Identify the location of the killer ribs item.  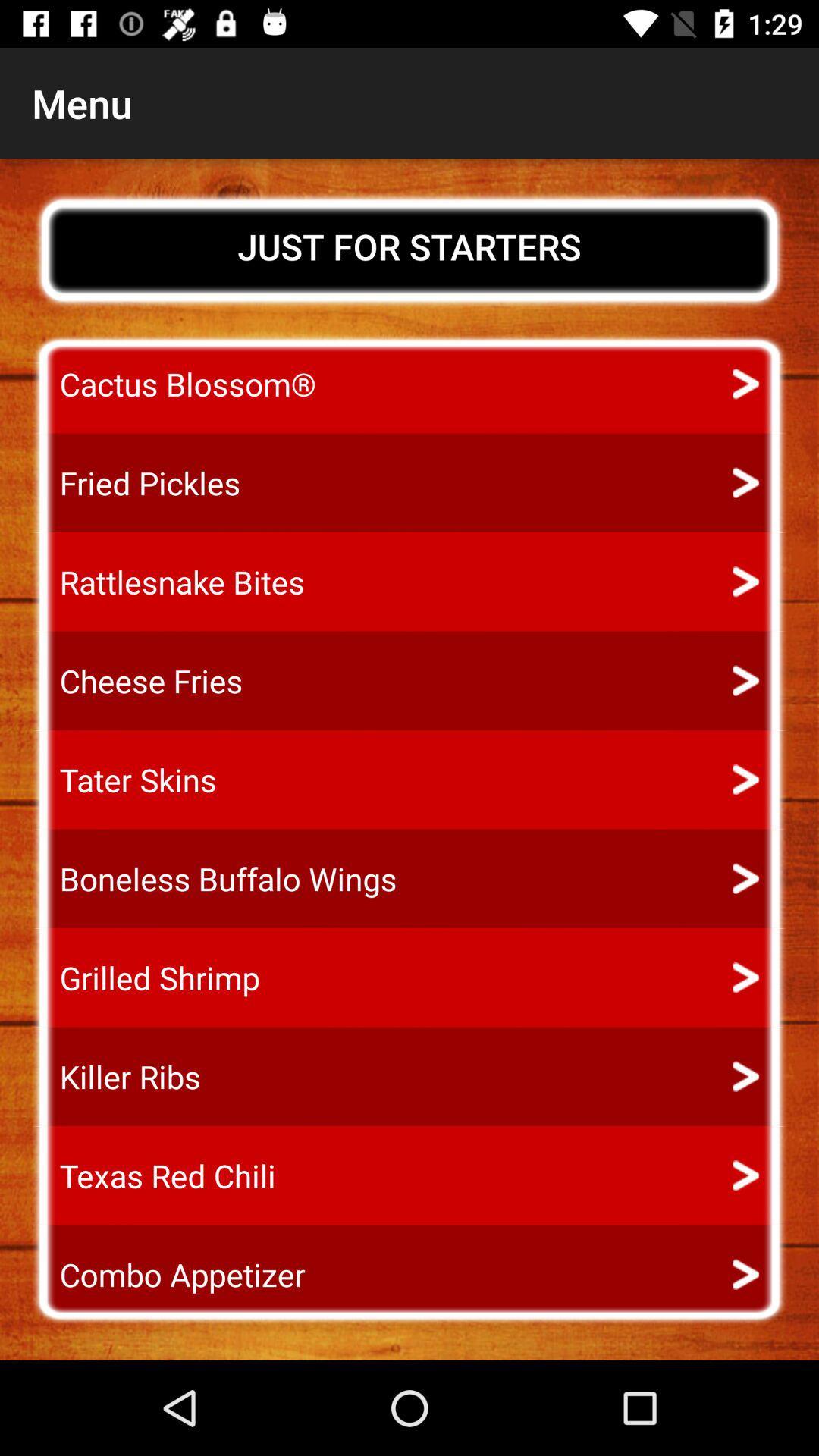
(115, 1076).